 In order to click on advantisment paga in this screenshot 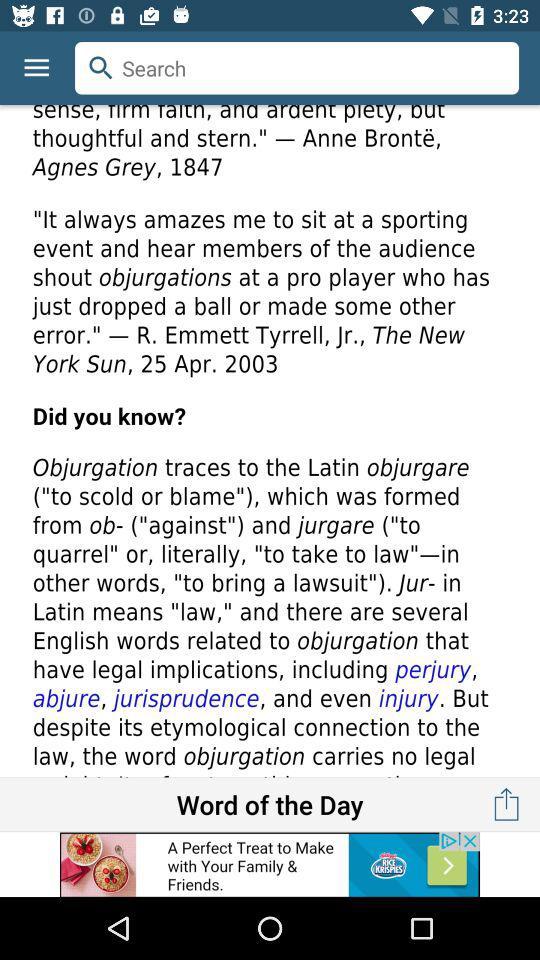, I will do `click(270, 863)`.